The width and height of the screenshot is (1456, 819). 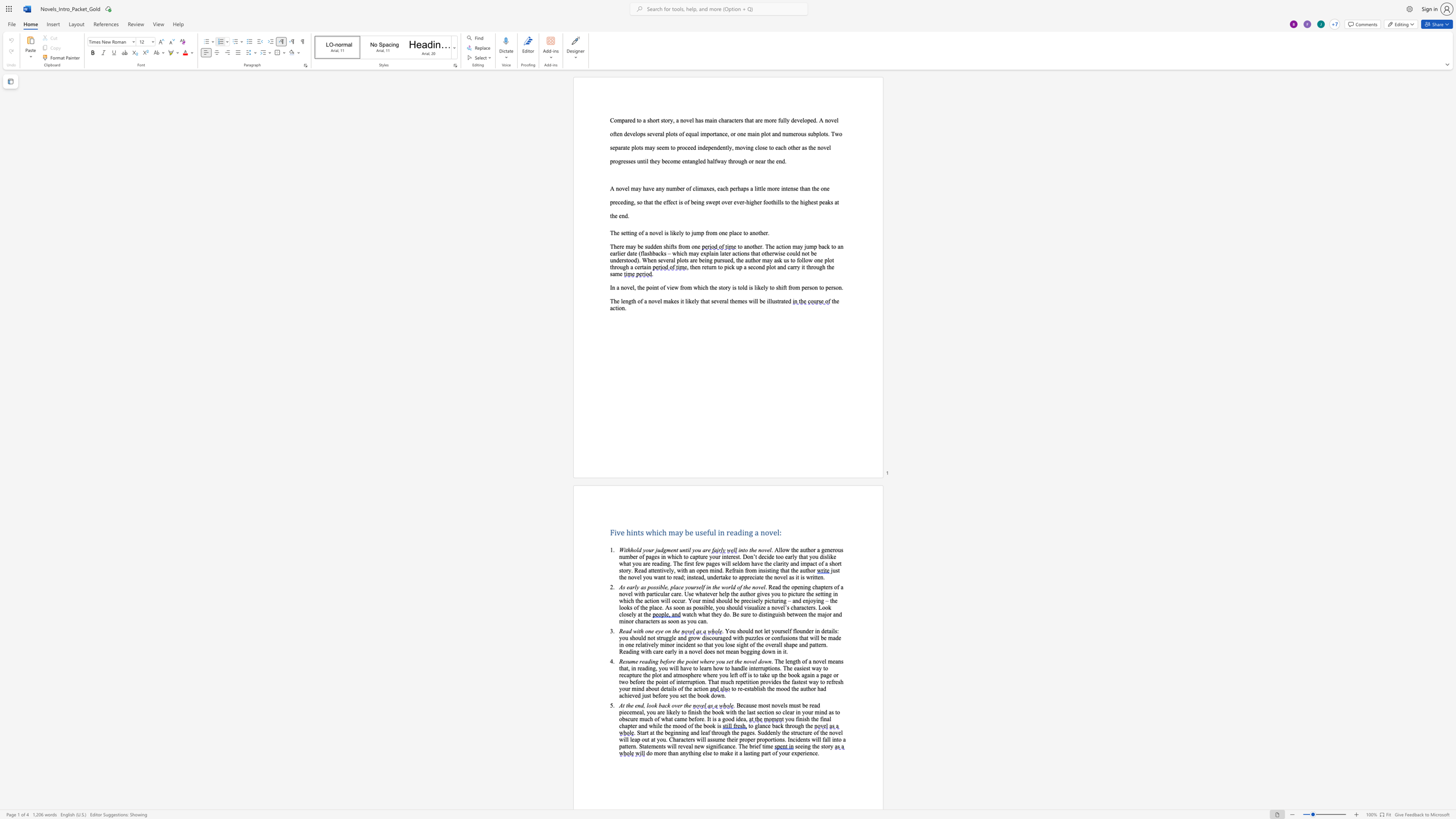 What do you see at coordinates (675, 668) in the screenshot?
I see `the space between the continuous character "i" and "l" in the text` at bounding box center [675, 668].